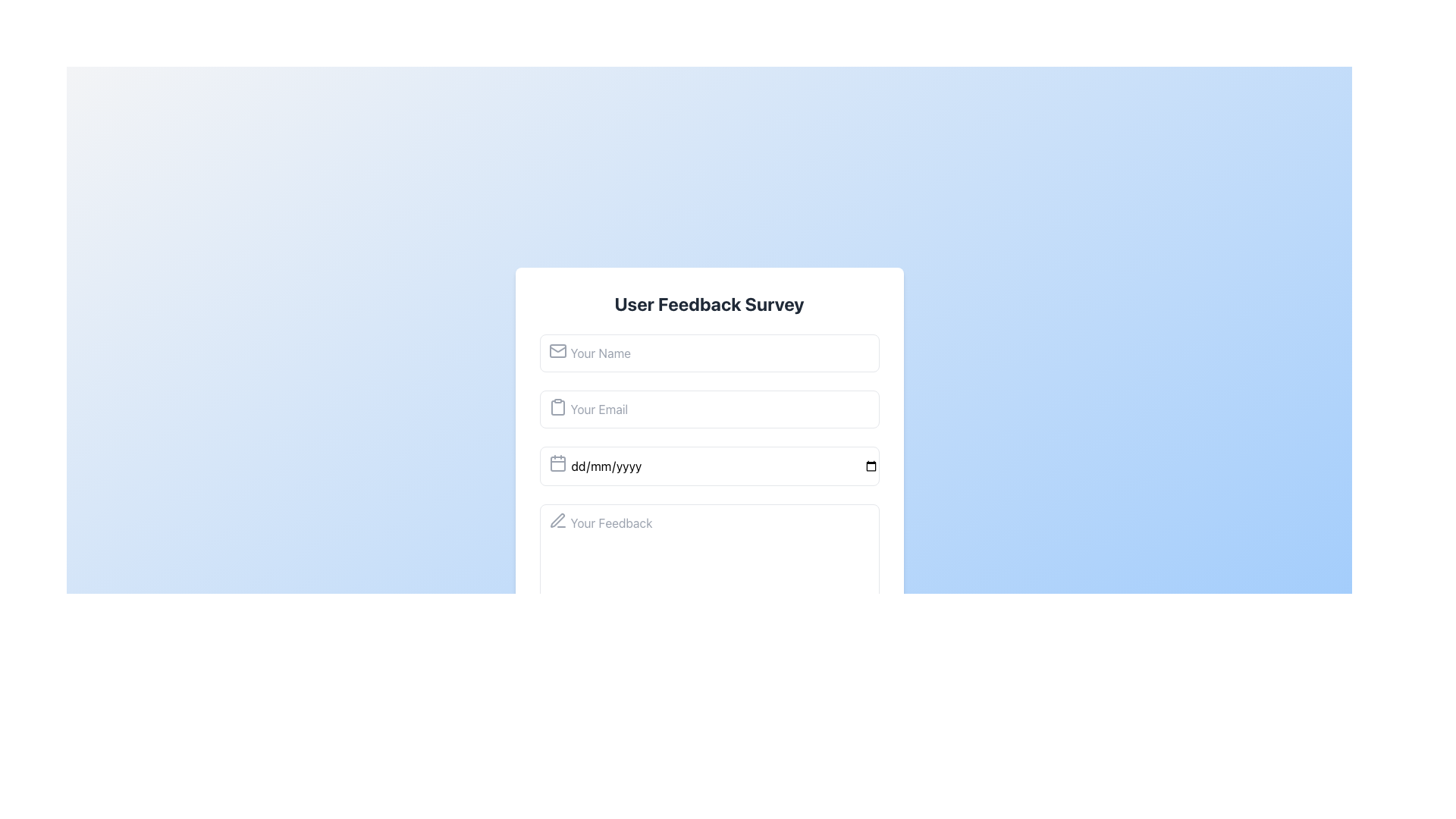 This screenshot has height=819, width=1456. I want to click on the small pencil icon styled in a thin, outlined design located to the left of the 'Your Feedback' input field, so click(556, 519).